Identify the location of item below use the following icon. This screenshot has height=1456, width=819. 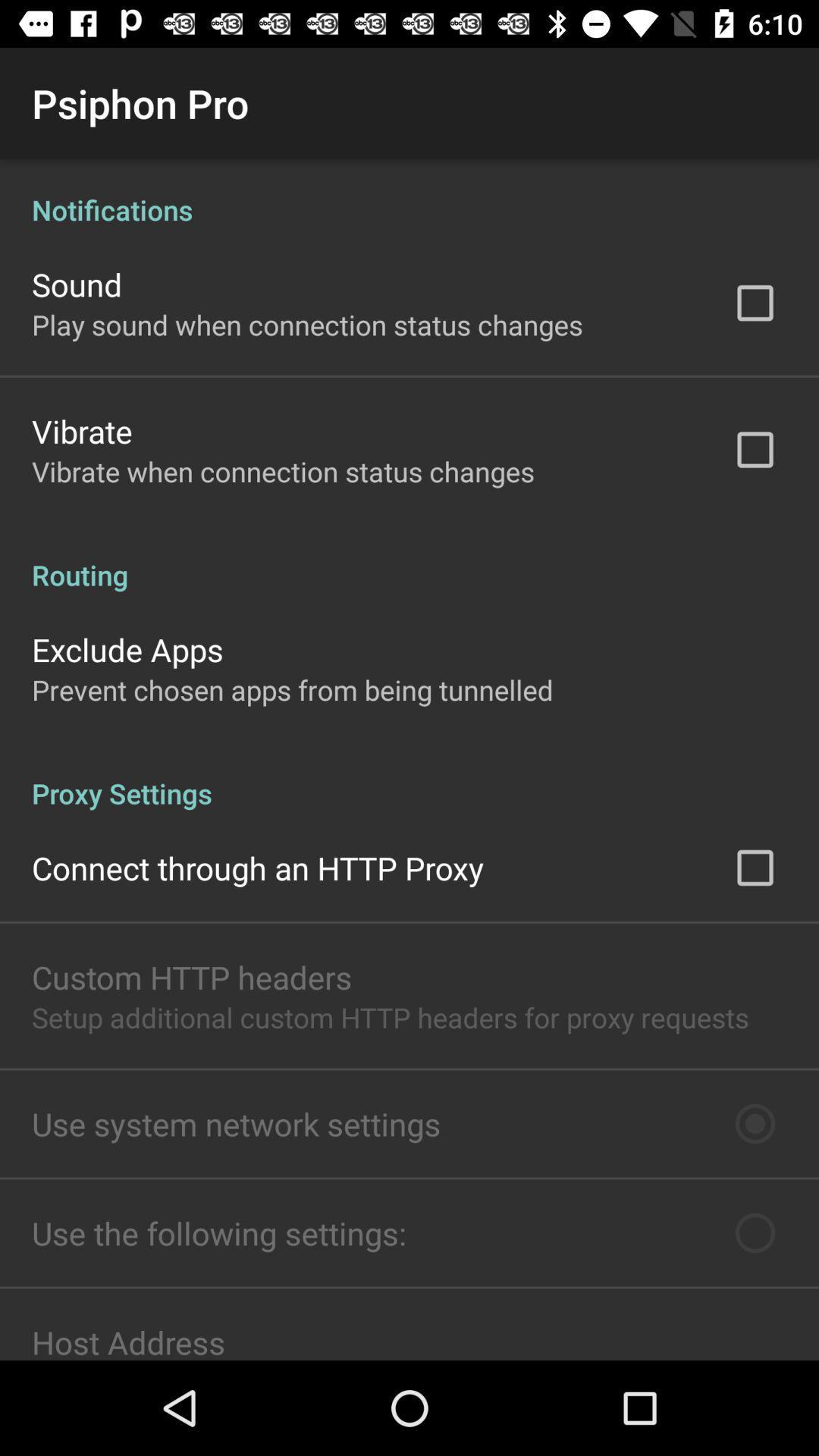
(127, 1340).